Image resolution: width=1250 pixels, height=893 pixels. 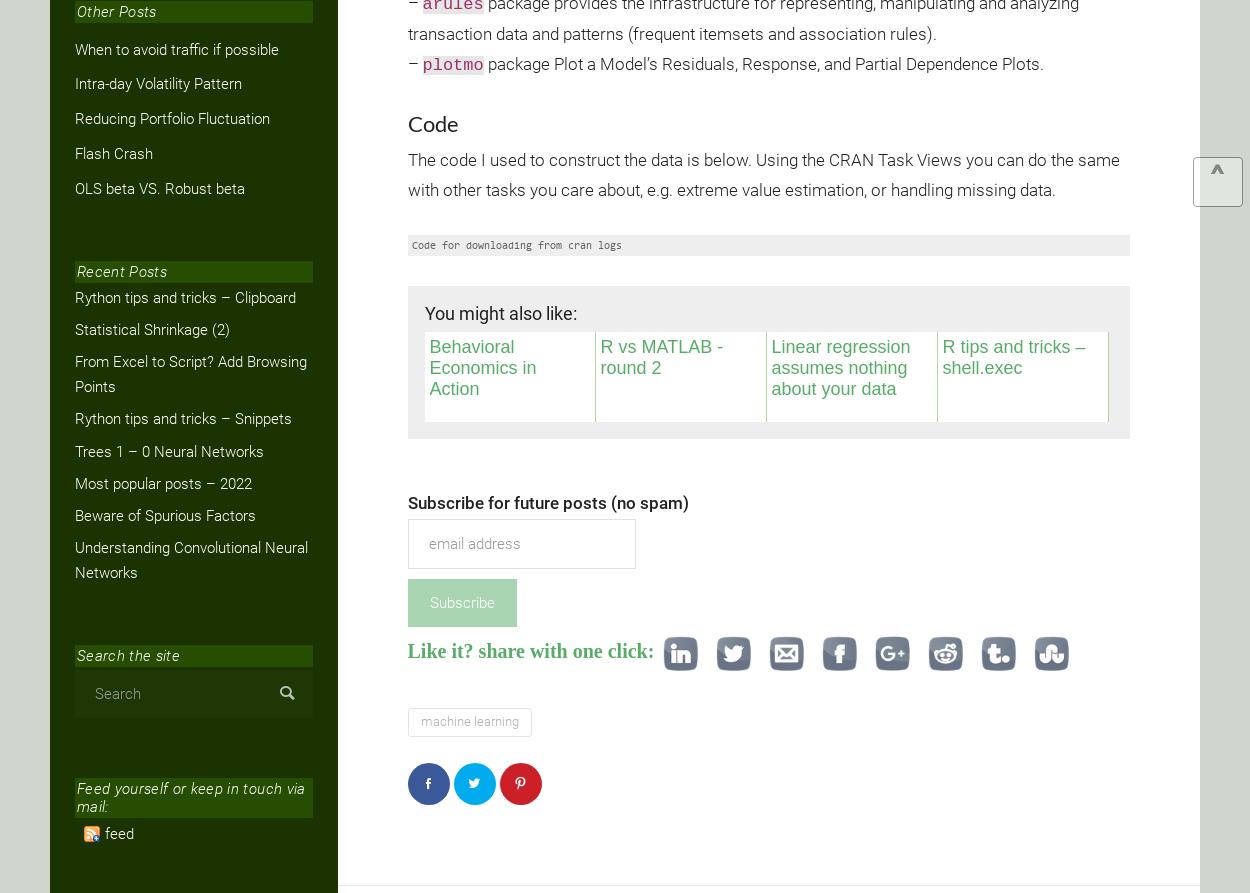 I want to click on 'Rython tips and tricks – Clipboard', so click(x=185, y=296).